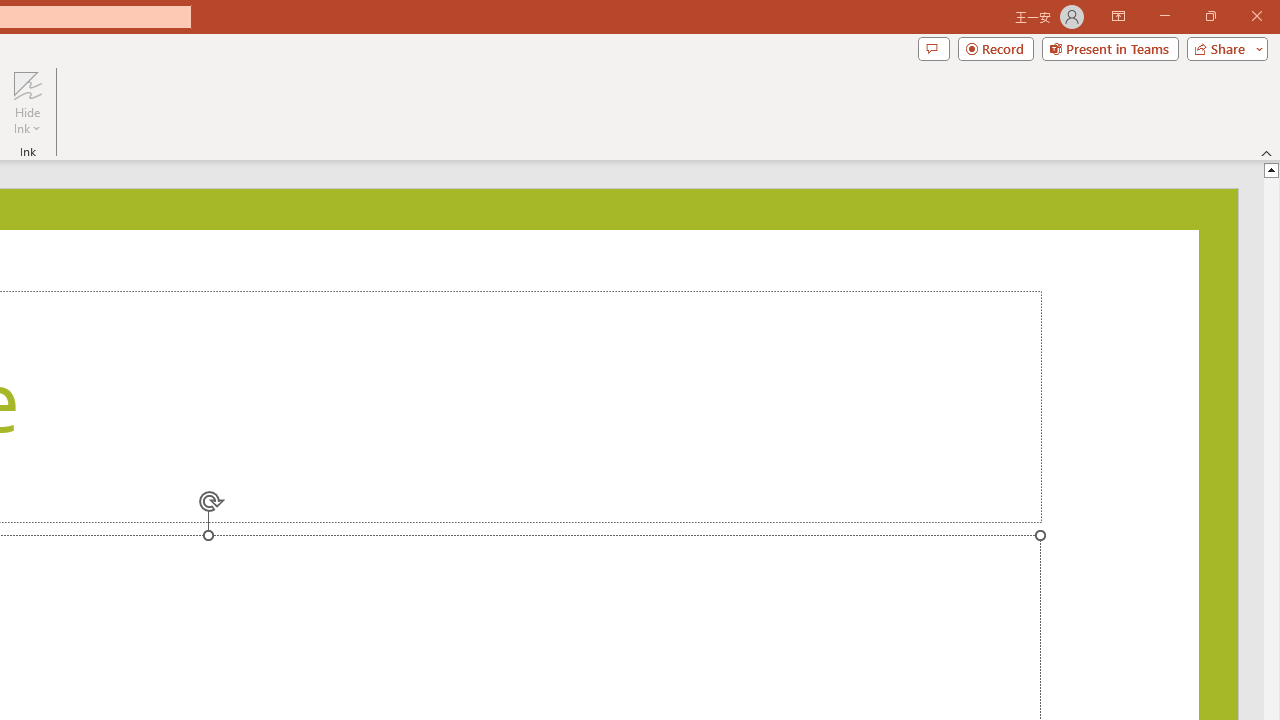 The width and height of the screenshot is (1280, 720). I want to click on 'Hide Ink', so click(27, 103).